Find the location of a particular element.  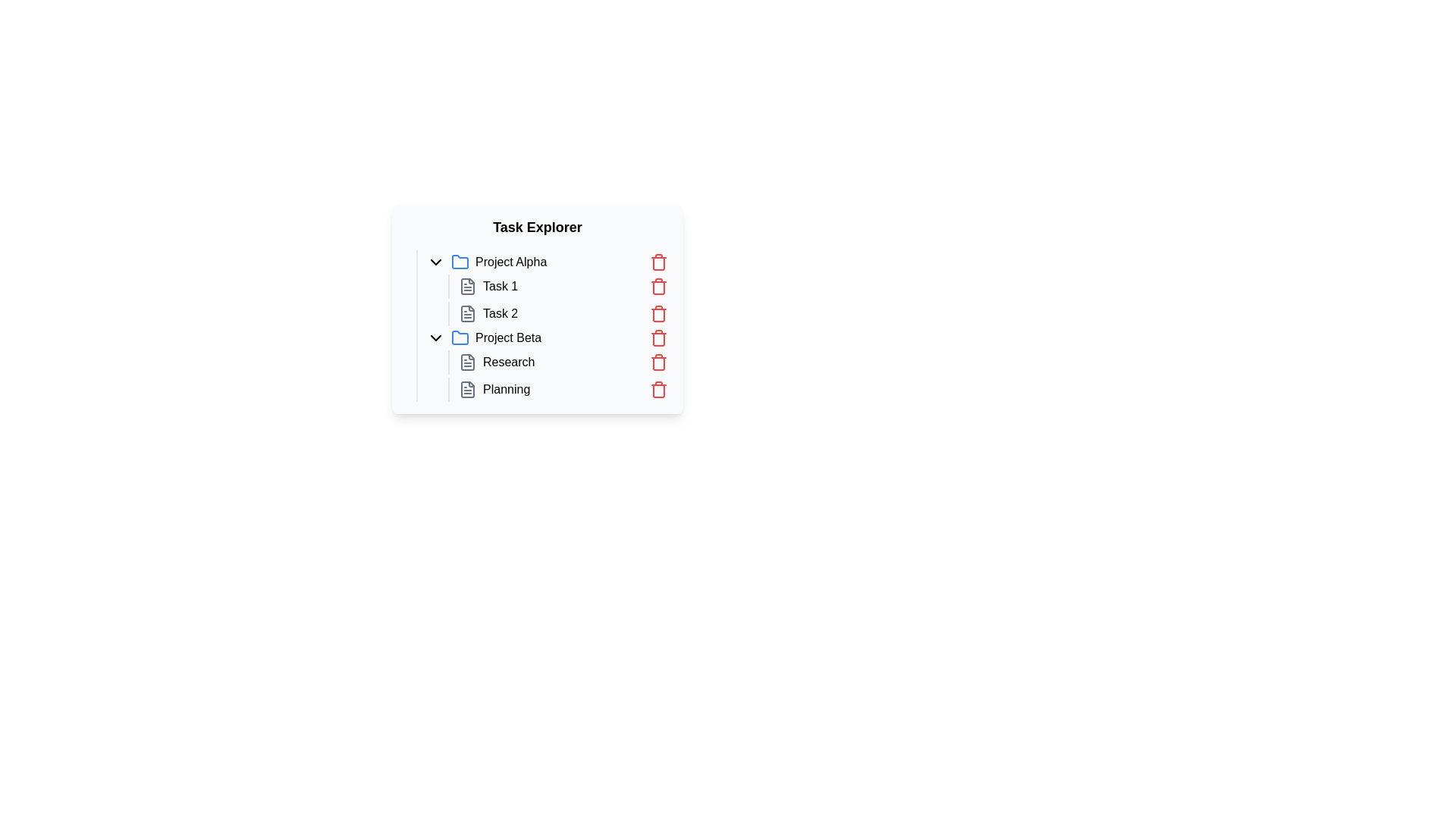

the 'Folder Icon' for 'Project Alpha' is located at coordinates (459, 260).